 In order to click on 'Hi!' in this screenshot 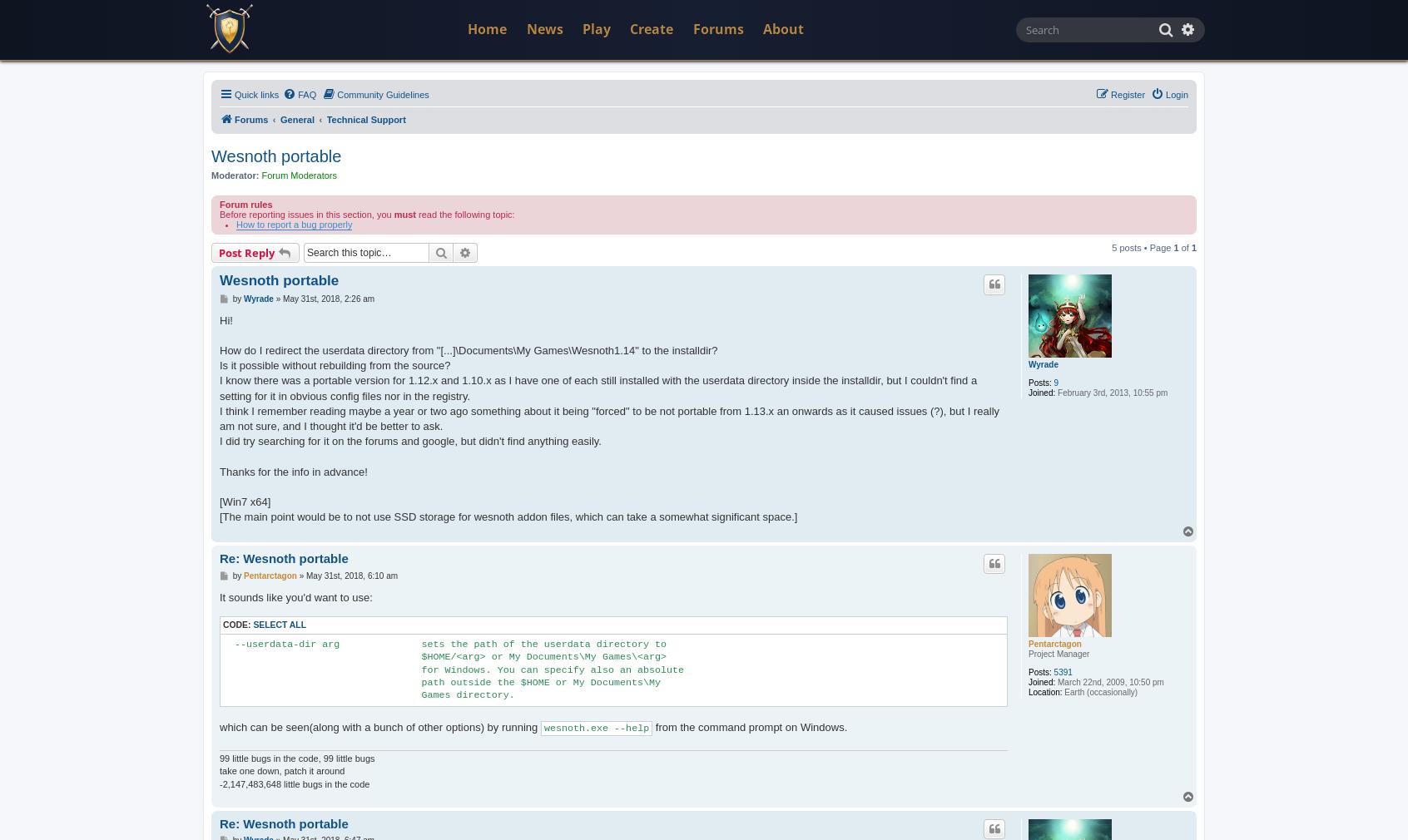, I will do `click(219, 319)`.